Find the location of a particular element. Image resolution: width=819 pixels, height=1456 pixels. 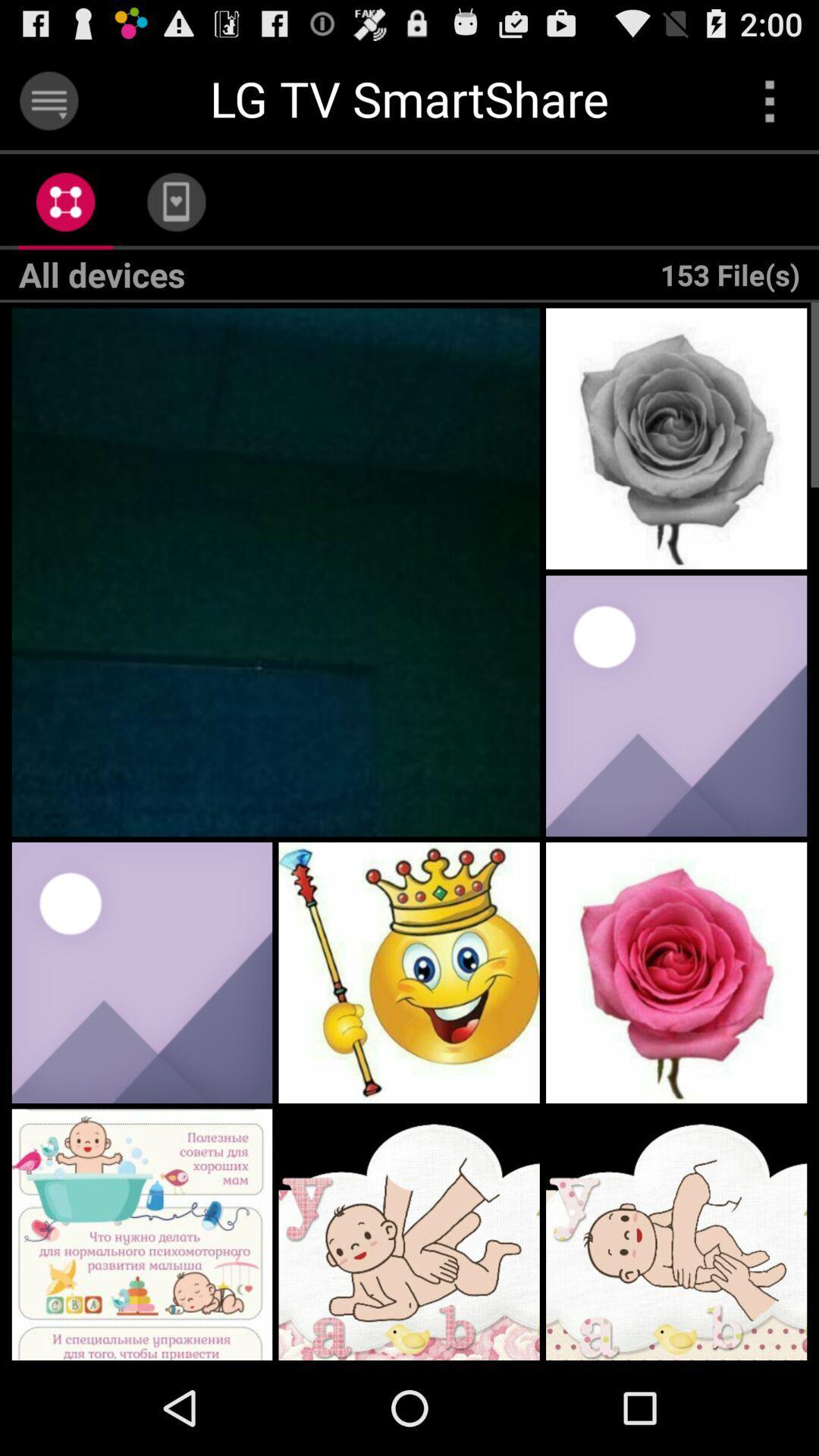

open menu is located at coordinates (770, 100).